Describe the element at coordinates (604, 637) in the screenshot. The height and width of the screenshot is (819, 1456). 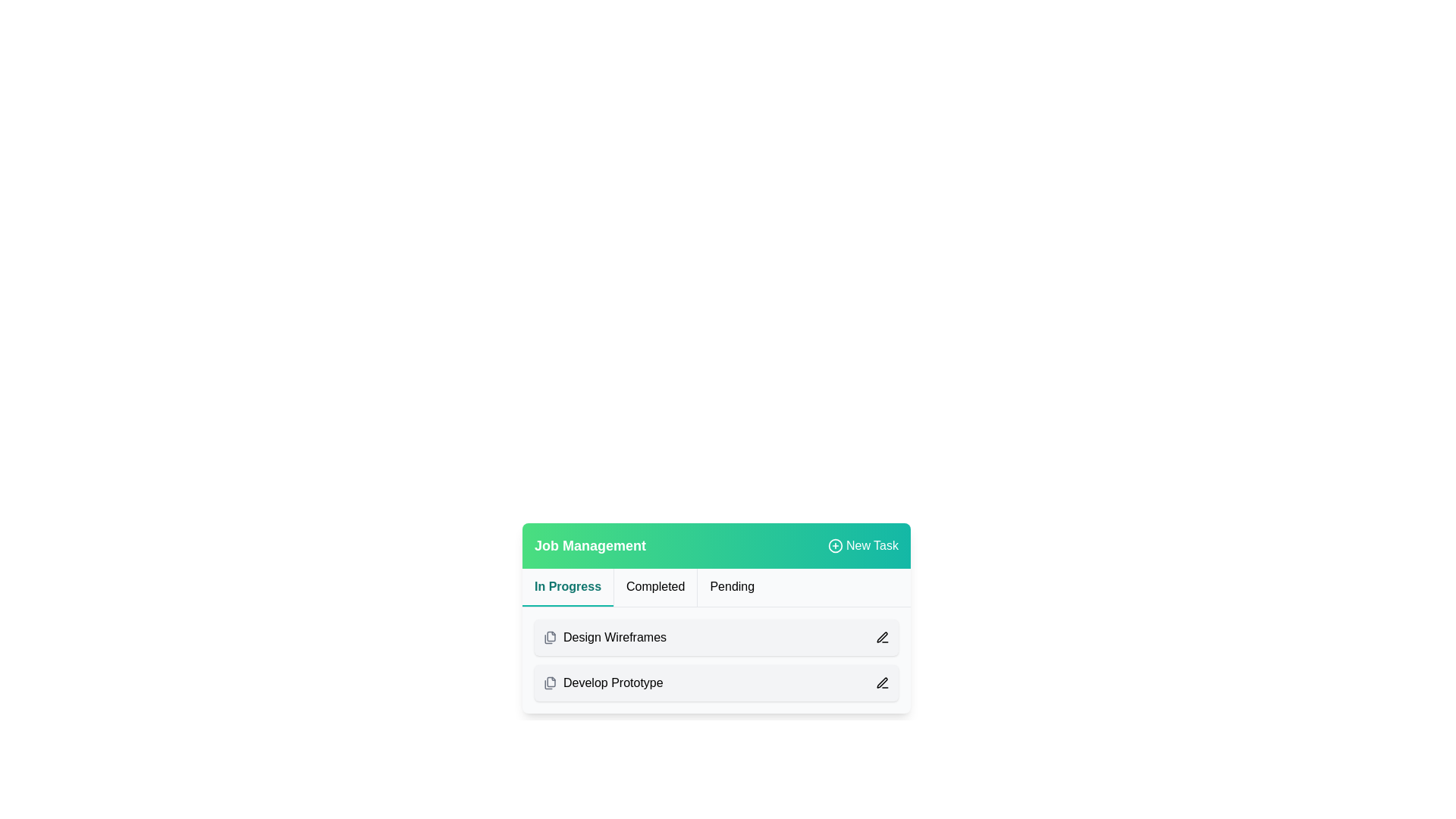
I see `the text label with an associated icon representing the first task entry under the 'In Progress' tab in the task management interface` at that location.